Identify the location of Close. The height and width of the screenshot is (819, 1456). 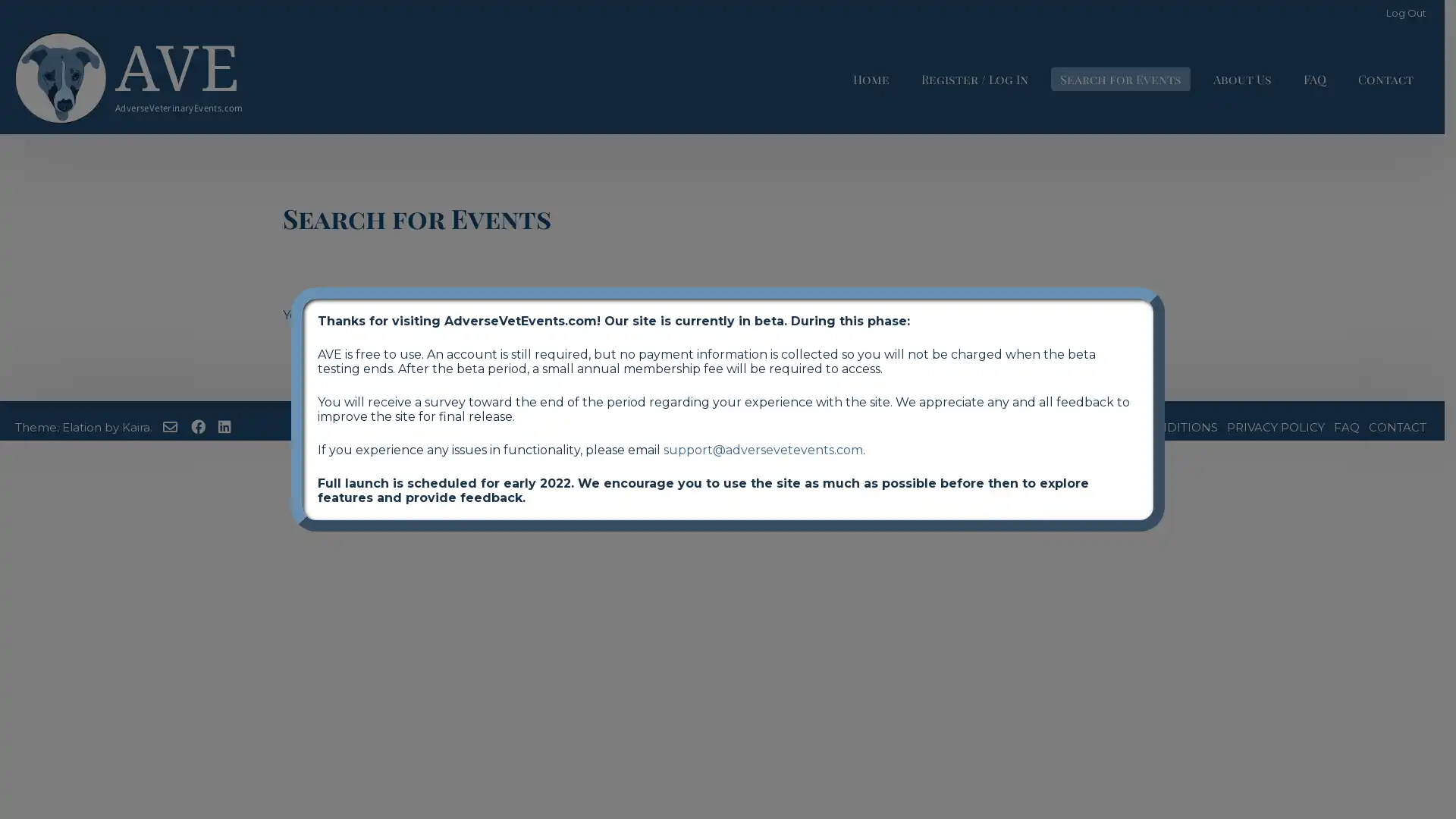
(1164, 287).